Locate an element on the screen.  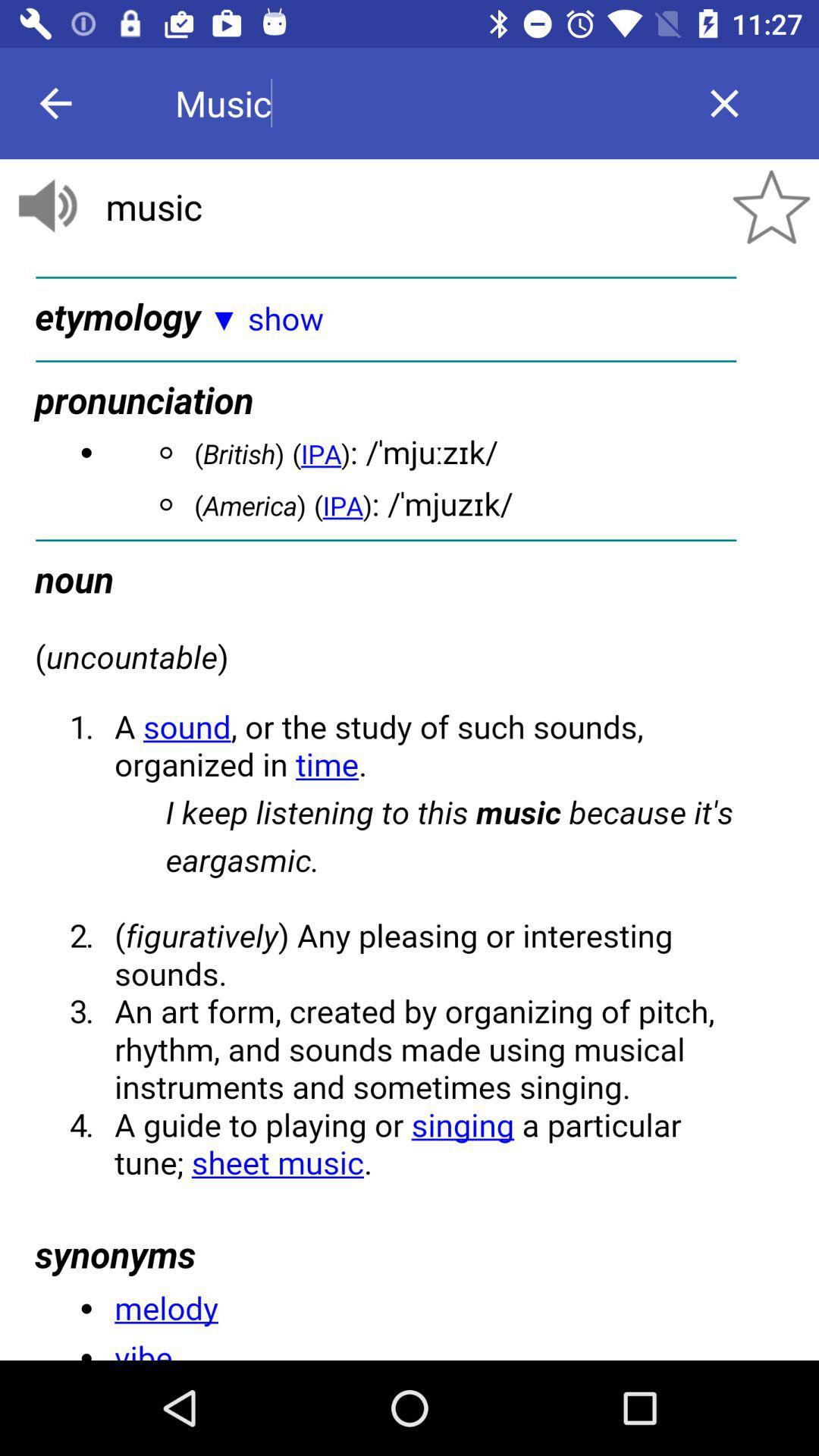
the star icon is located at coordinates (771, 206).